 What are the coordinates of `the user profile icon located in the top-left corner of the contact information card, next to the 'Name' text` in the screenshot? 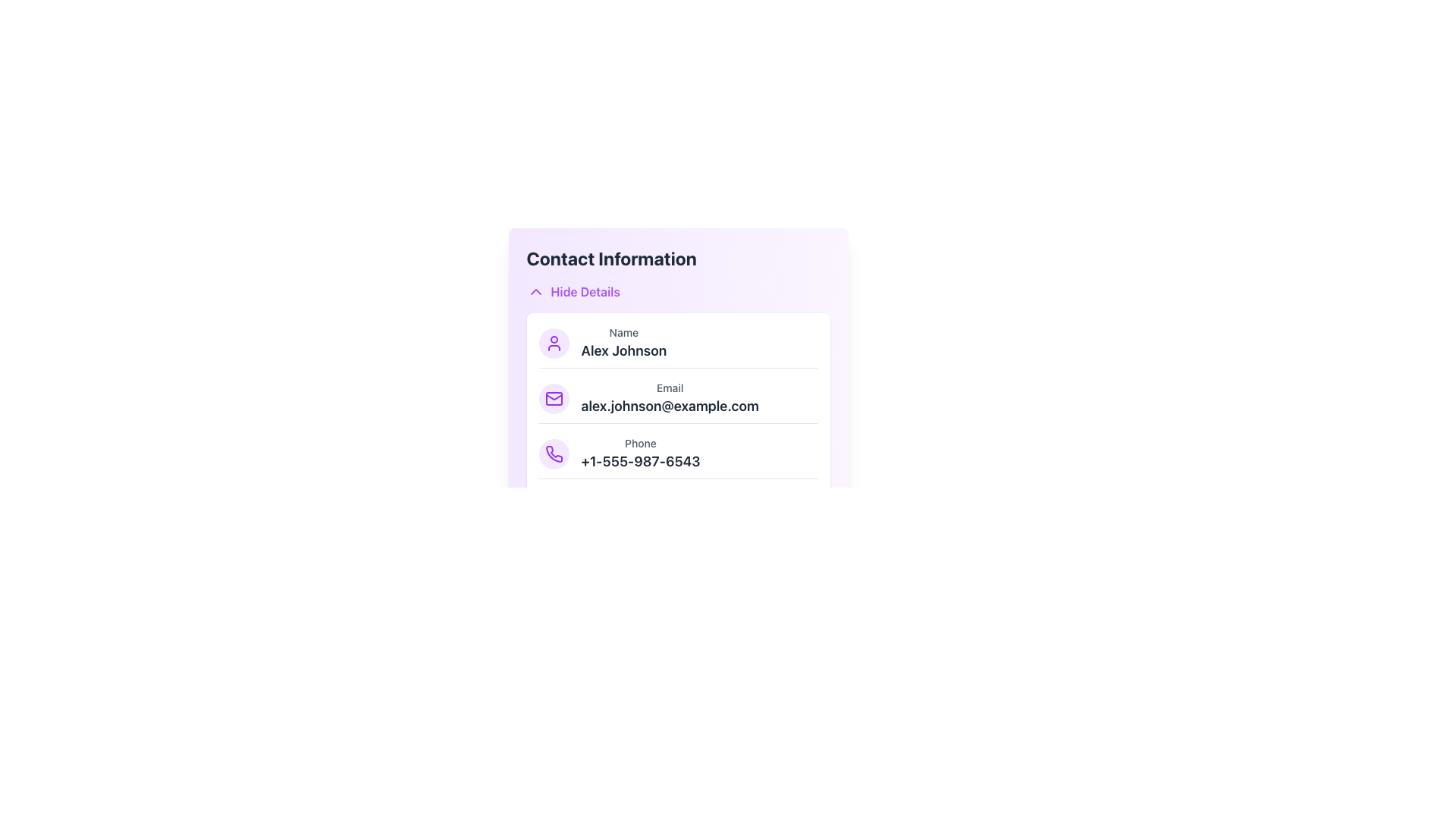 It's located at (553, 343).